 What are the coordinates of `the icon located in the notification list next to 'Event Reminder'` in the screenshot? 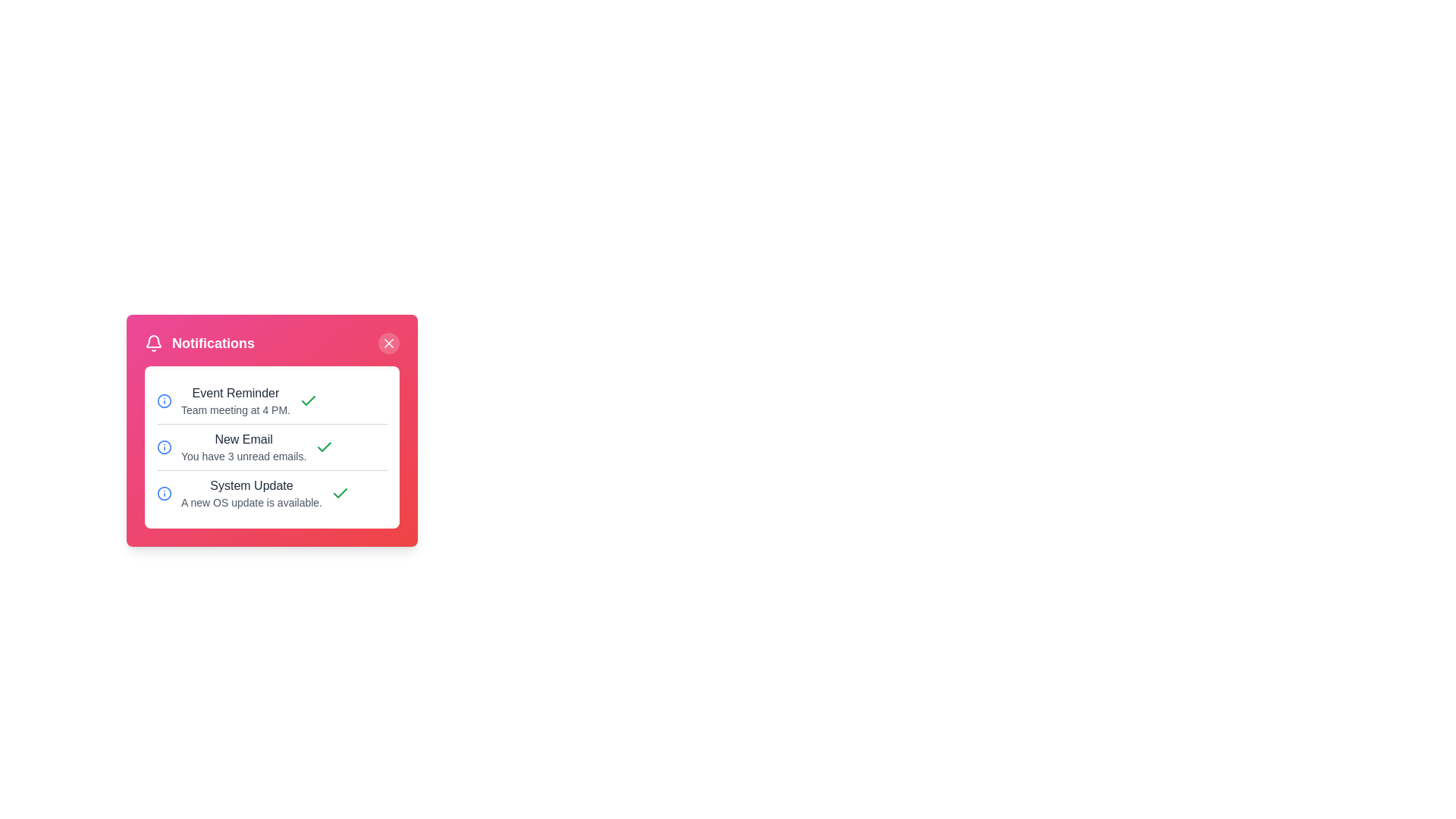 It's located at (164, 400).